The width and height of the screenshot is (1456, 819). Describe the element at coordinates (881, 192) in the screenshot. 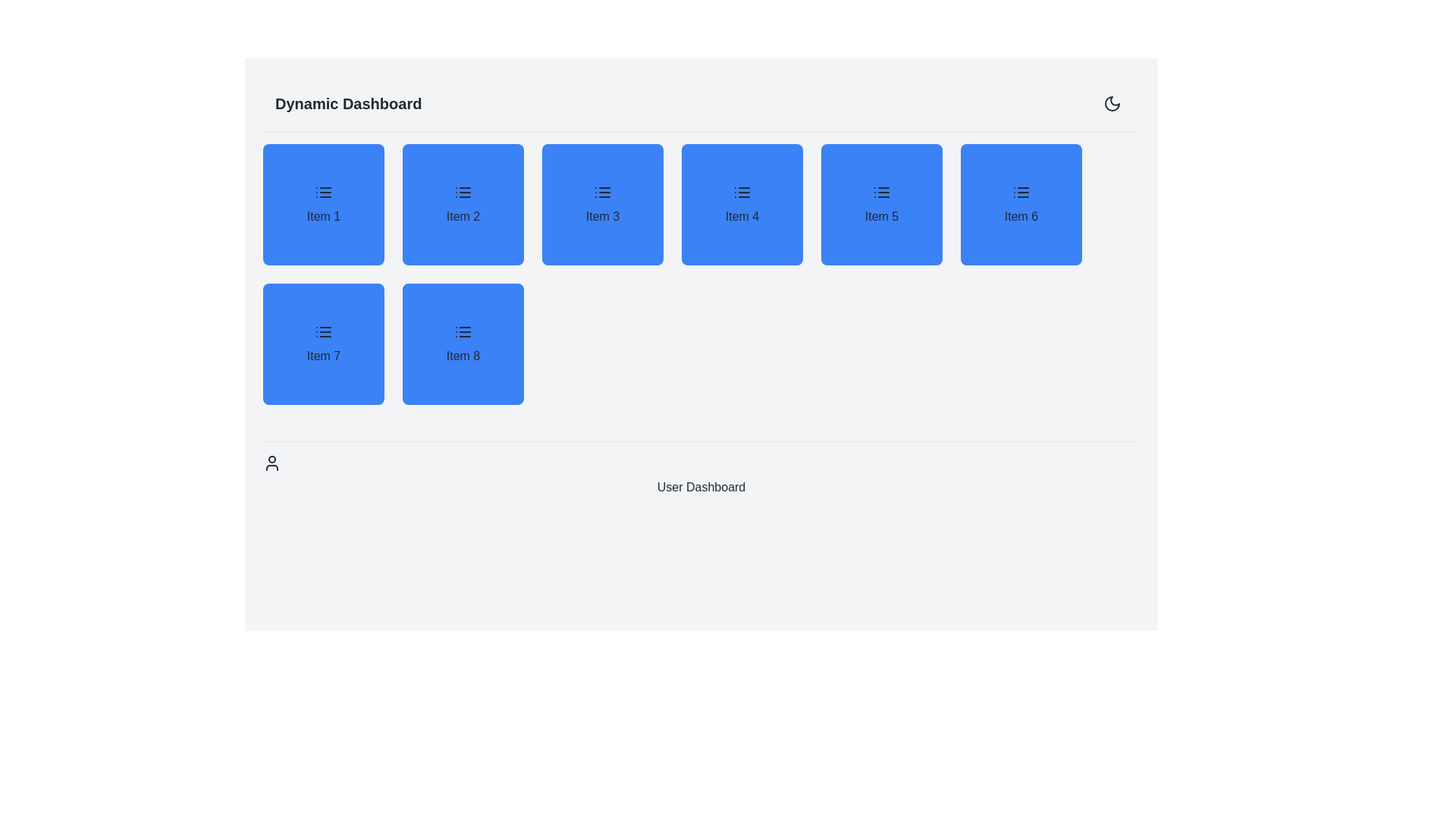

I see `the bulleted list icon inside the blue square labeled 'Item 5'` at that location.